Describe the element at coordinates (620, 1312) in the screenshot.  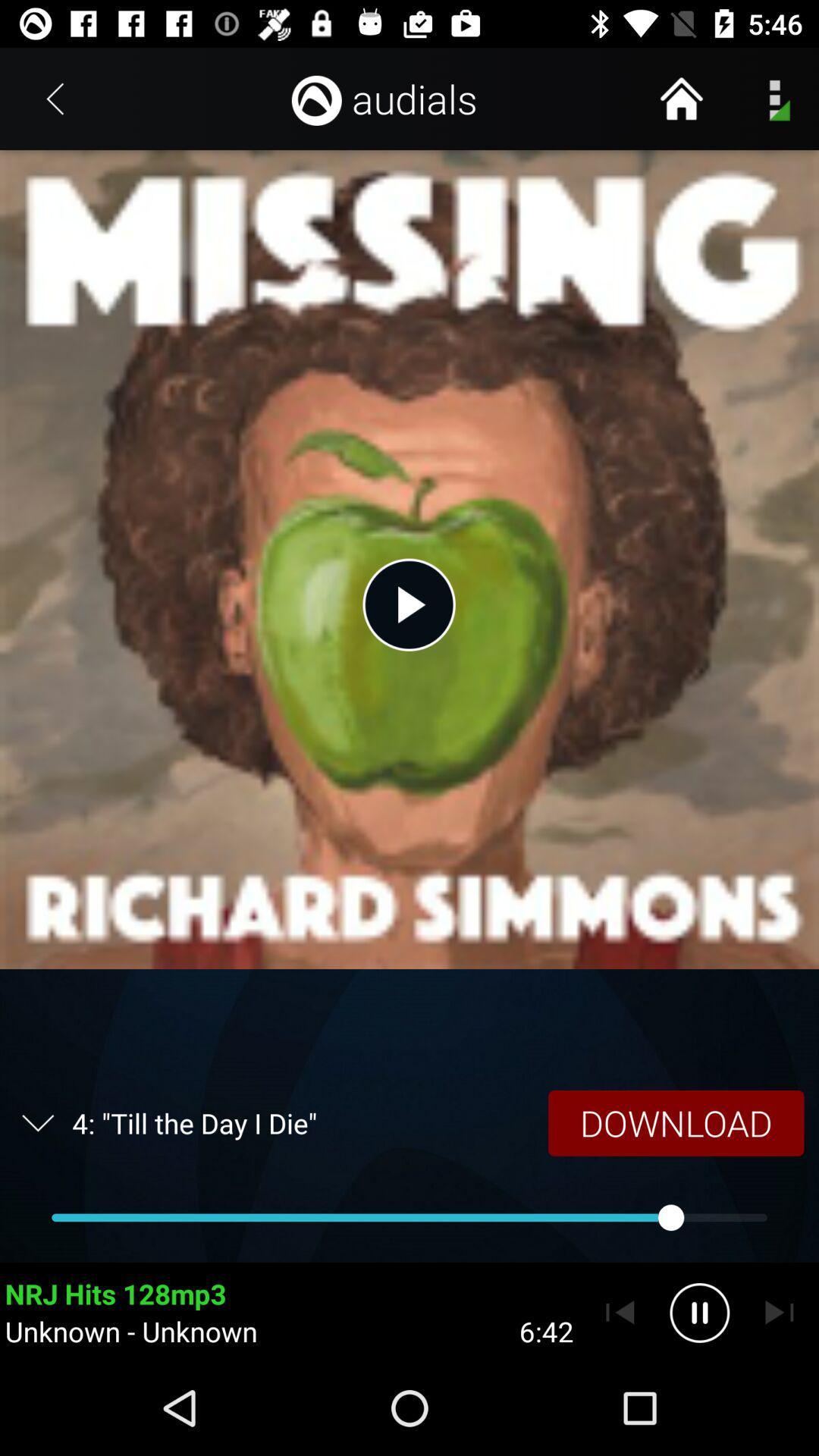
I see `go back` at that location.